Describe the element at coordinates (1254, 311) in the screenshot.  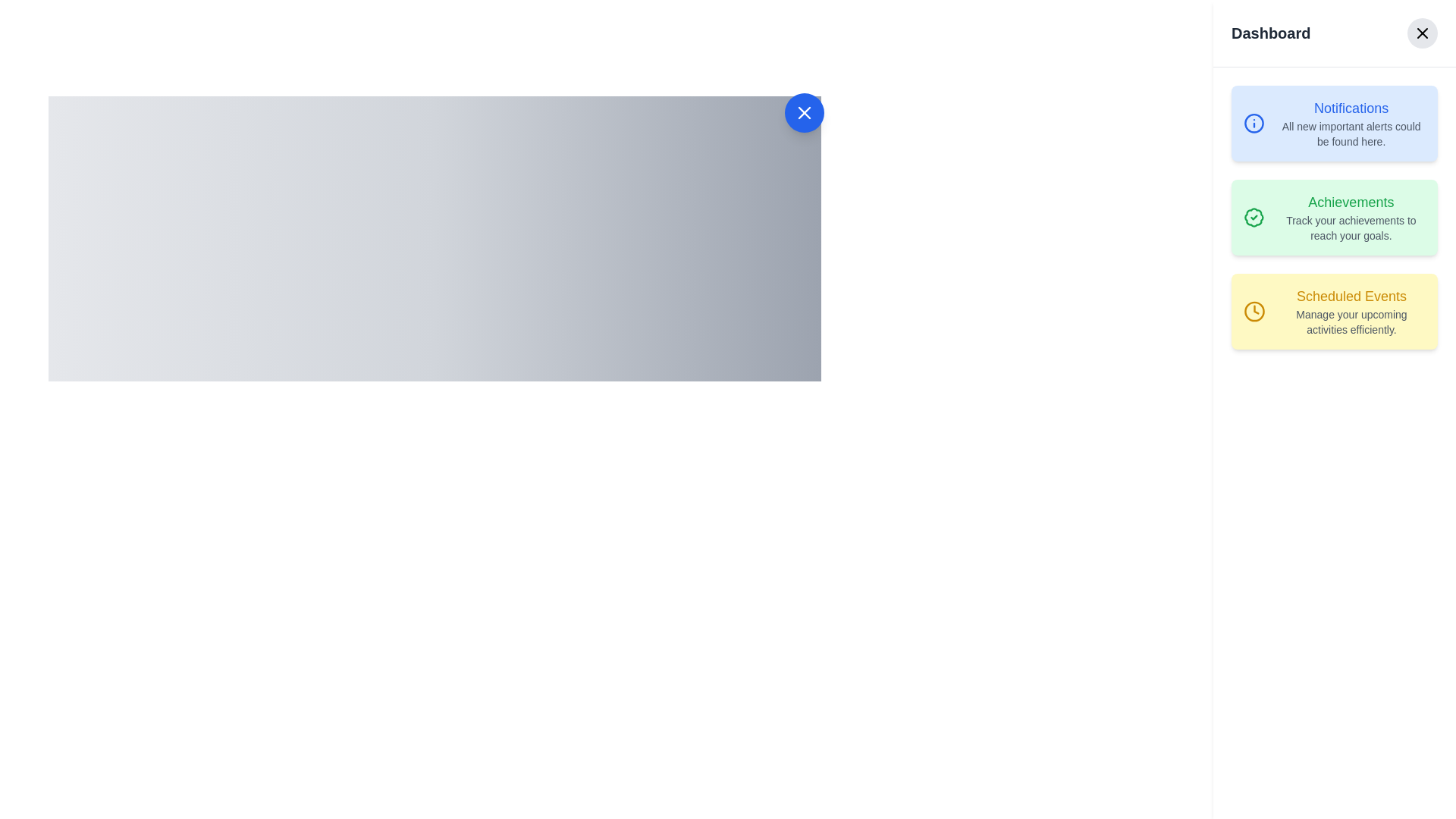
I see `the central circular shape of the clock icon in the 'Scheduled Events' section, which represents the functionality for scheduling and managing upcoming activities` at that location.